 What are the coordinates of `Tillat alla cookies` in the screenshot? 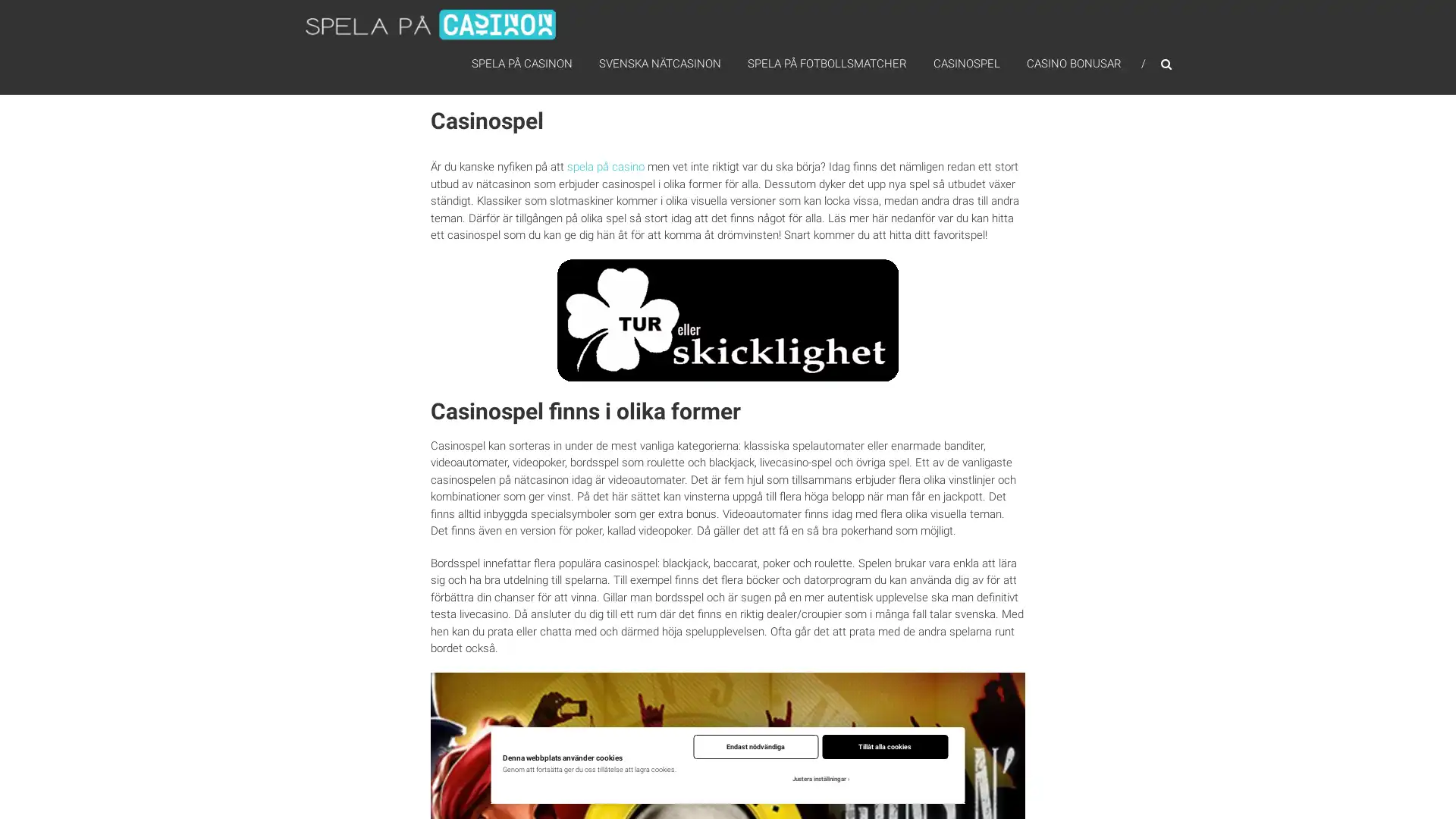 It's located at (884, 745).